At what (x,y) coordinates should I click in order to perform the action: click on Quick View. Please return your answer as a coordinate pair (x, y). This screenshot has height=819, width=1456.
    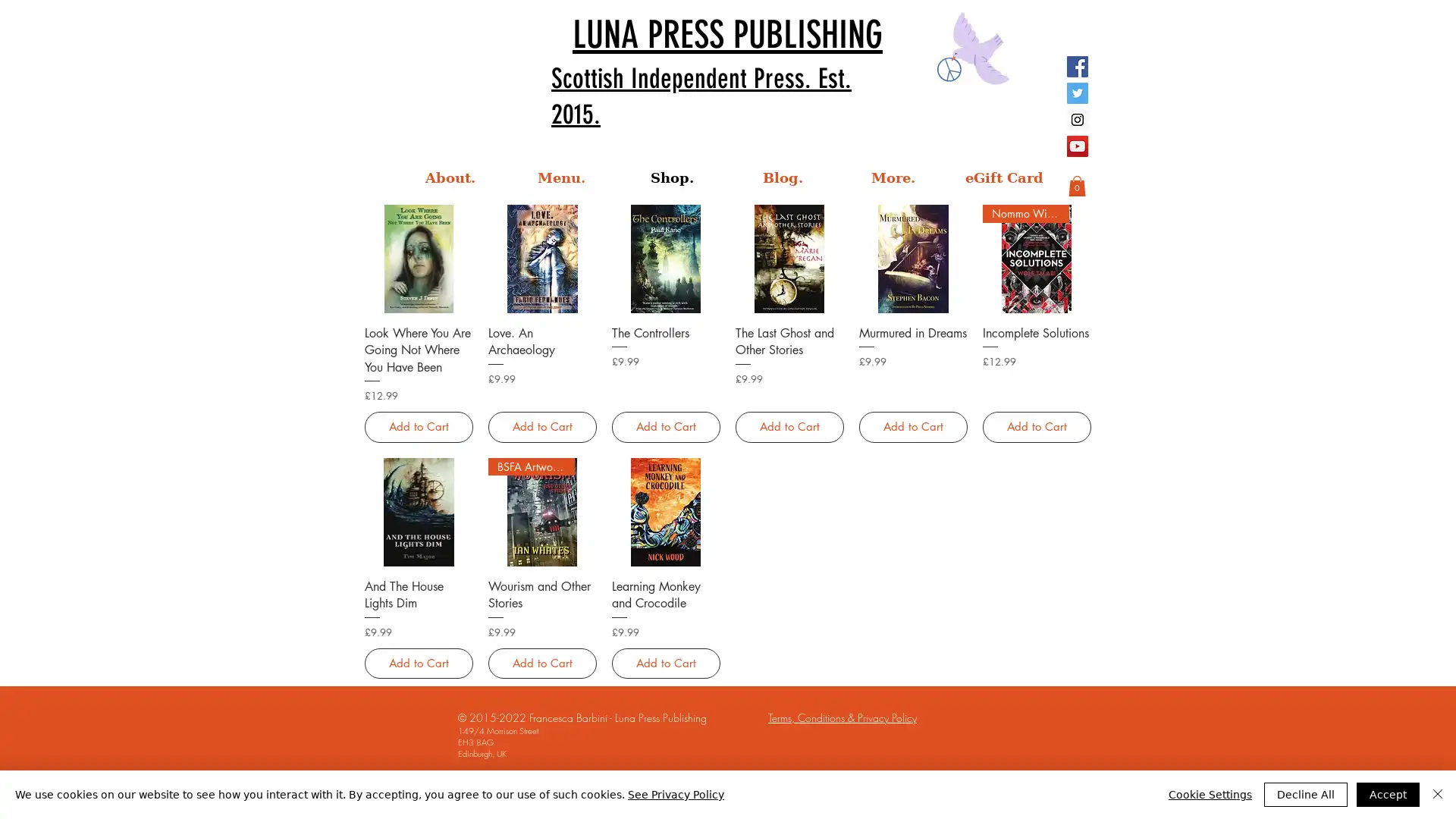
    Looking at the image, I should click on (1035, 330).